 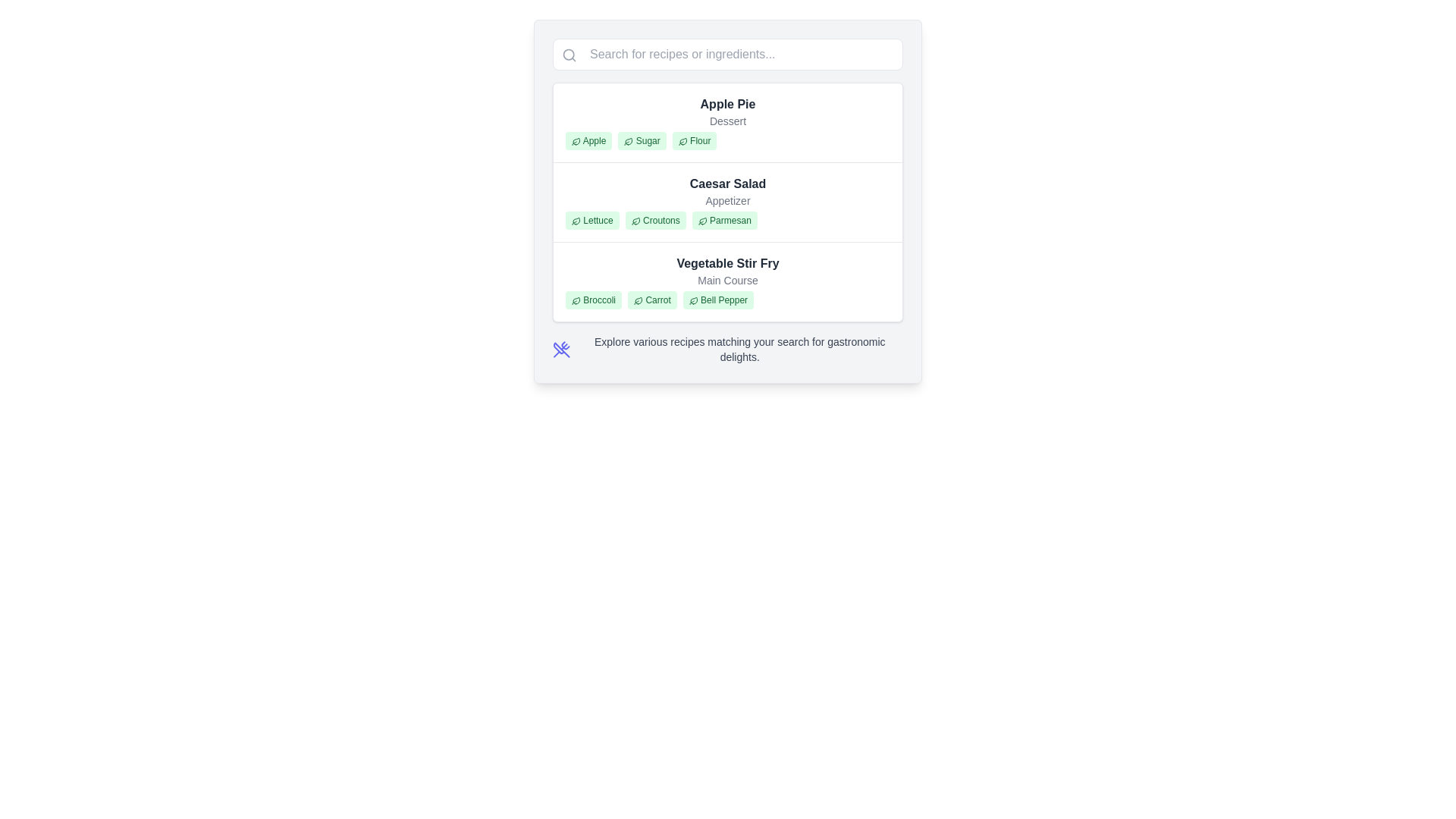 I want to click on the tag/label element representing 'Broccoli' under the 'Vegetable Stir Fry' section to interact with it, so click(x=592, y=300).